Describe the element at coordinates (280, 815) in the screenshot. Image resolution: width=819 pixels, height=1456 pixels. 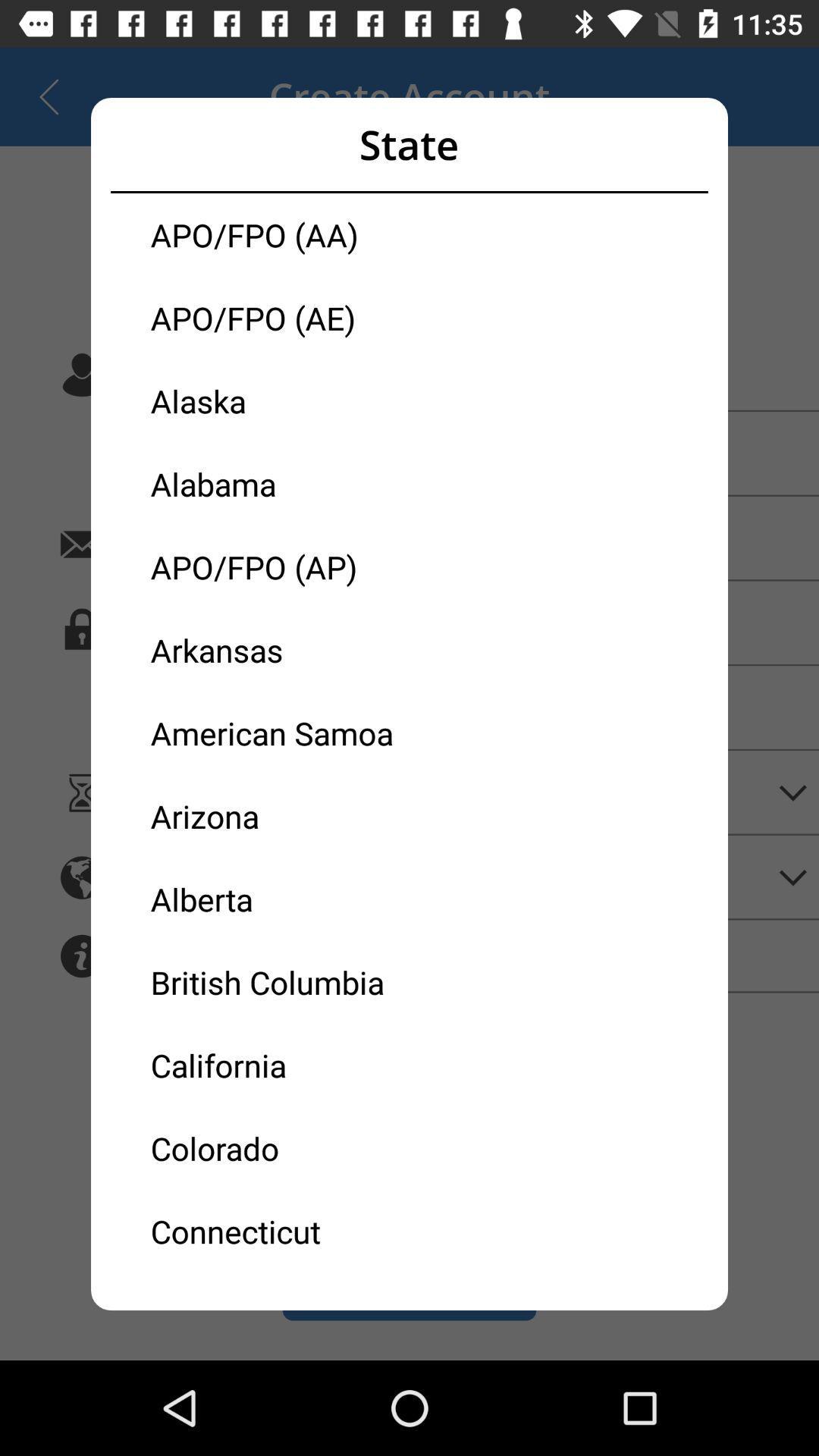
I see `item above alberta icon` at that location.